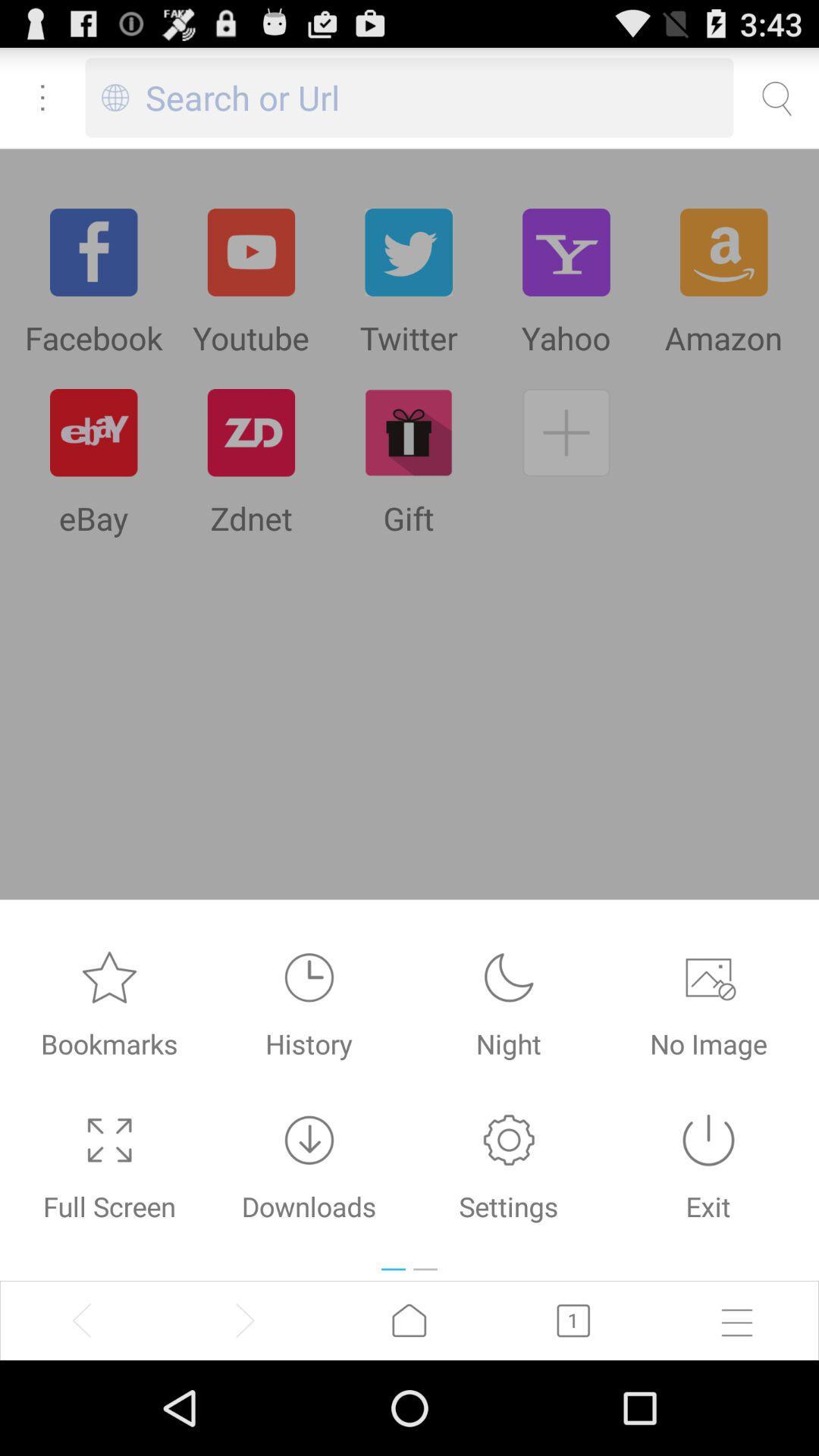  Describe the element at coordinates (115, 104) in the screenshot. I see `the globe icon` at that location.